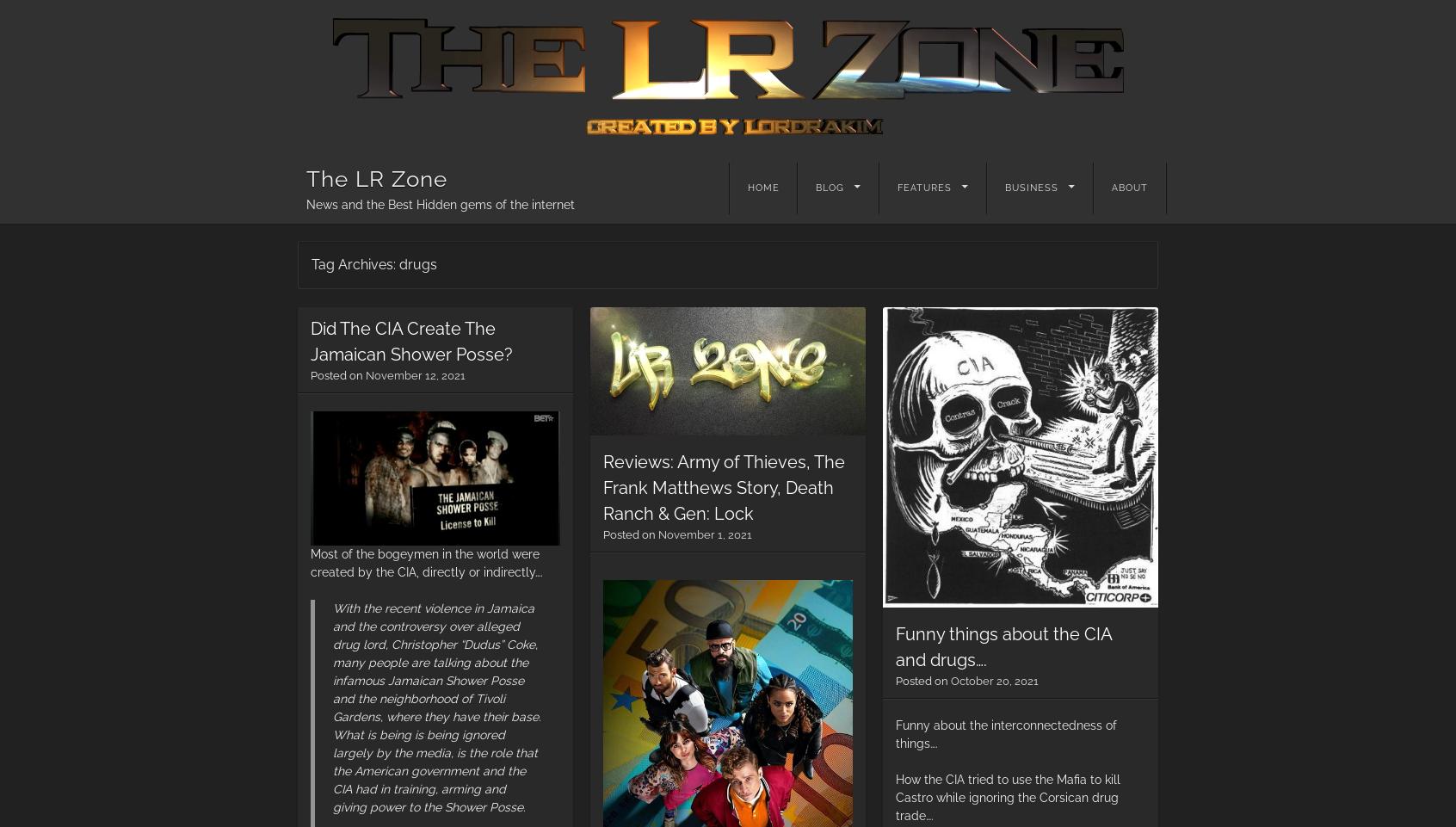 The width and height of the screenshot is (1456, 827). What do you see at coordinates (1003, 645) in the screenshot?
I see `'Funny things about the CIA and drugs….'` at bounding box center [1003, 645].